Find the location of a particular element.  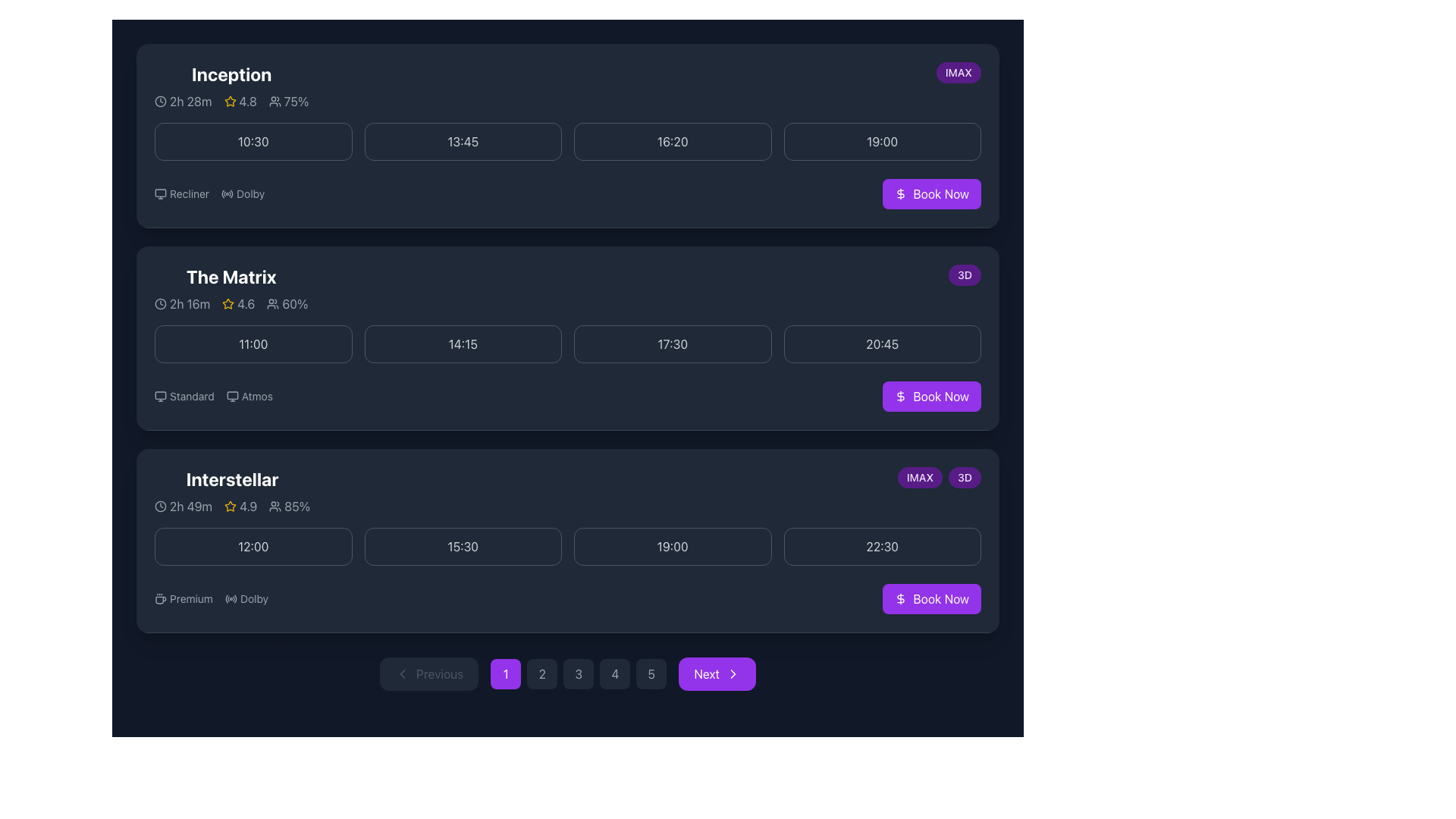

the '20:45' time slot button under the movie 'The Matrix' is located at coordinates (882, 344).